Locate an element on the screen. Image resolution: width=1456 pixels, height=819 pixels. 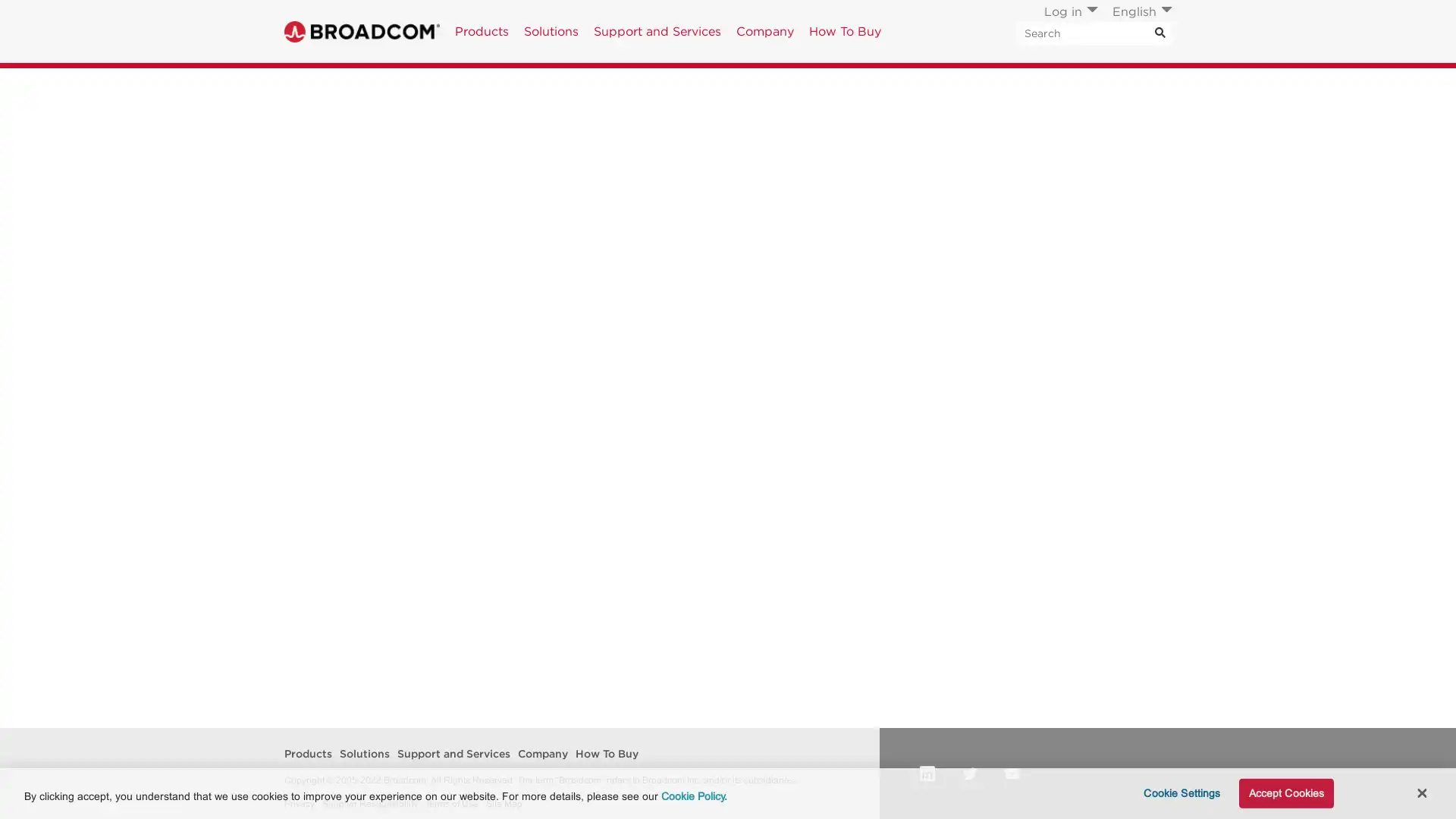
Support and Services is located at coordinates (657, 31).